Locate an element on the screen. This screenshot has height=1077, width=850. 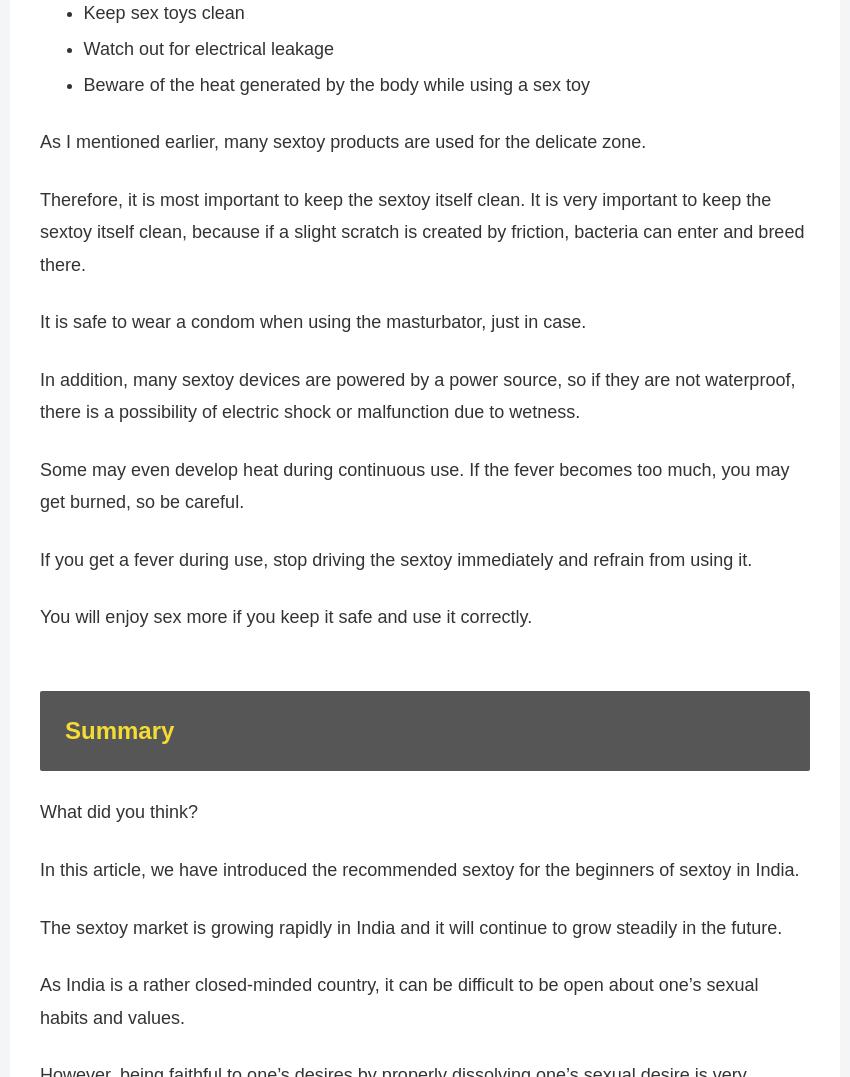
'Summary' is located at coordinates (118, 739).